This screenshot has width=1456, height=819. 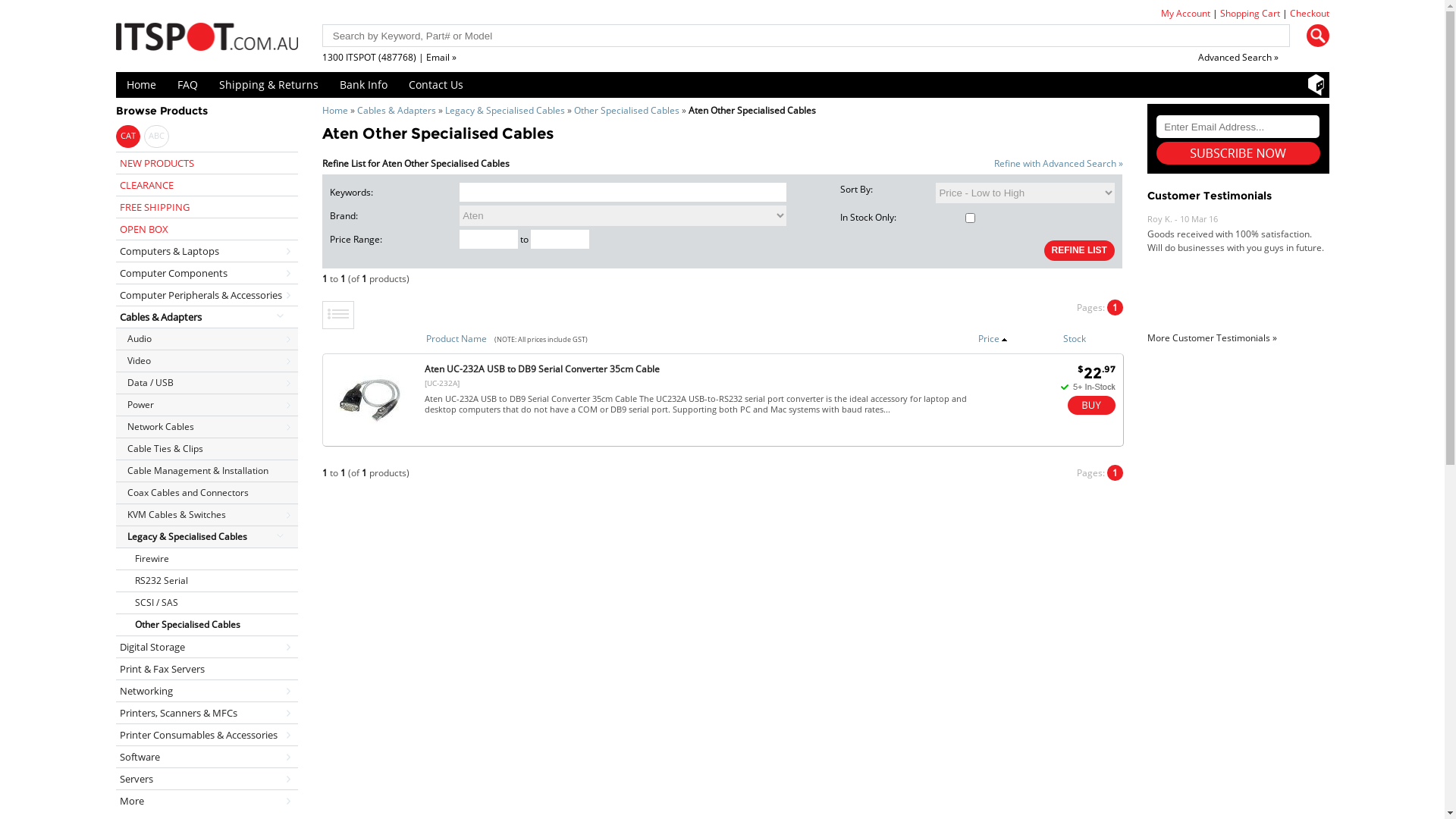 I want to click on 'CLEARANCE', so click(x=206, y=184).